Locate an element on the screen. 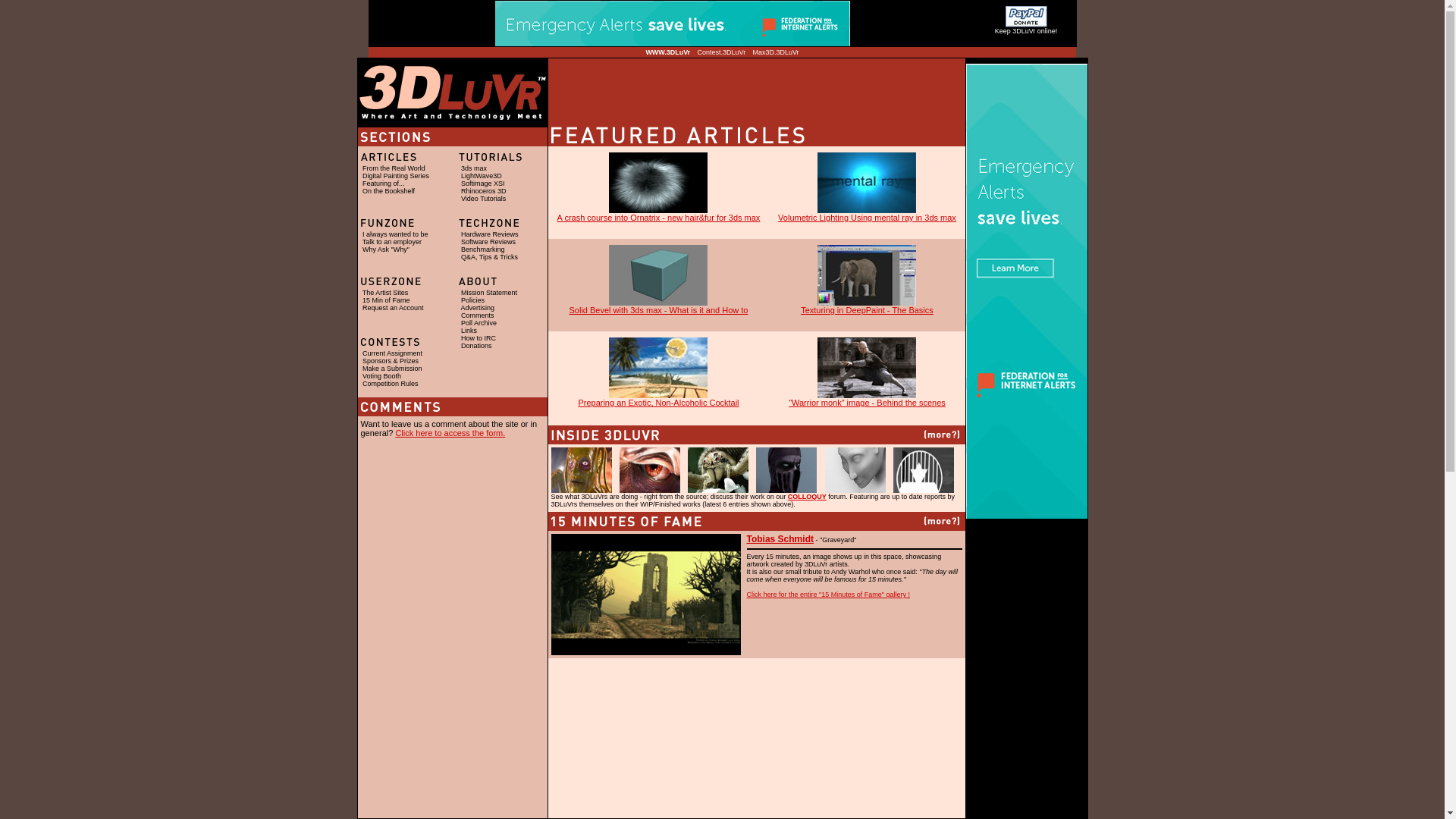 This screenshot has height=819, width=1456. 'Click here to access the form.' is located at coordinates (449, 432).